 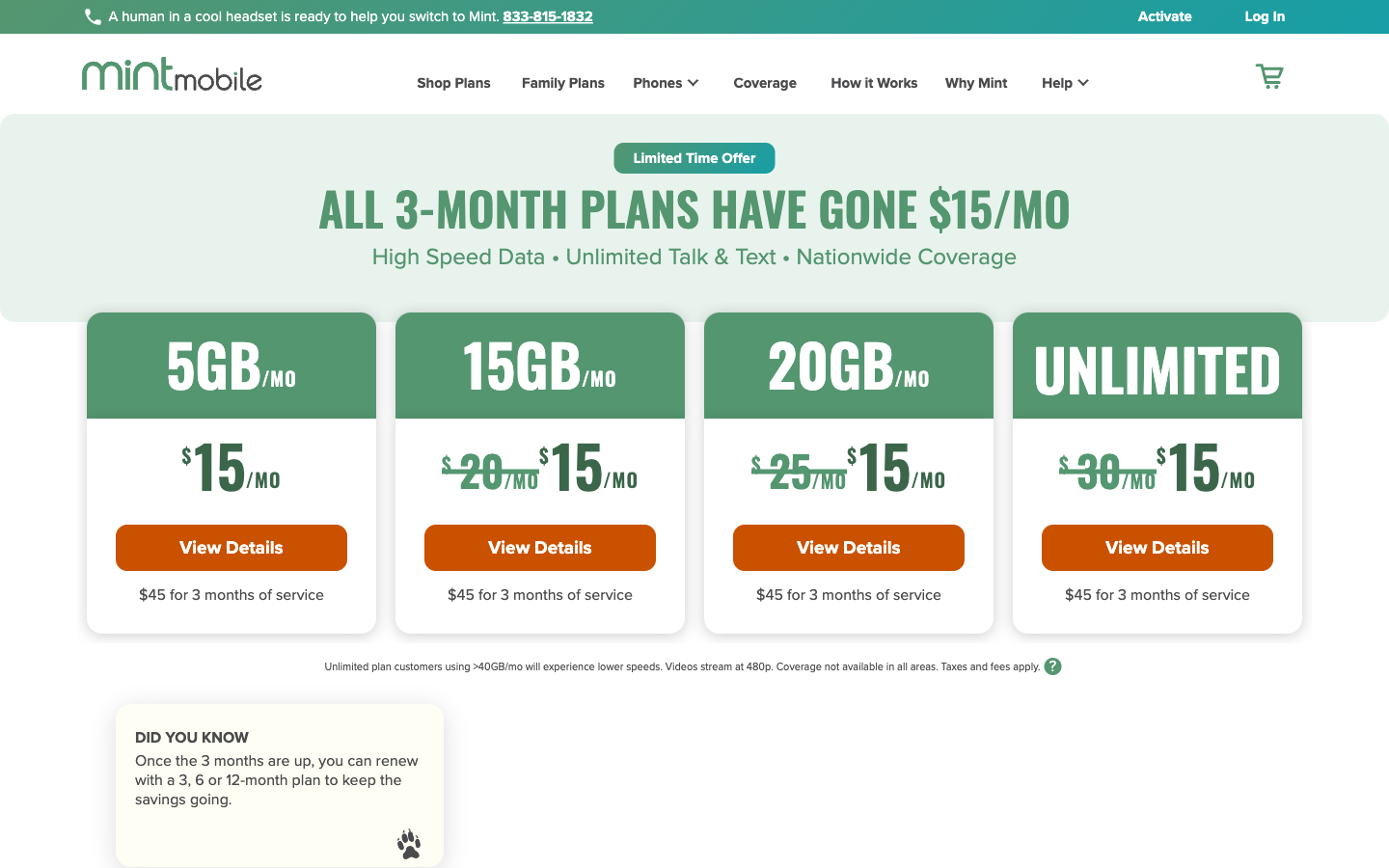 What do you see at coordinates (963, 85) in the screenshot?
I see `the Why Mint page` at bounding box center [963, 85].